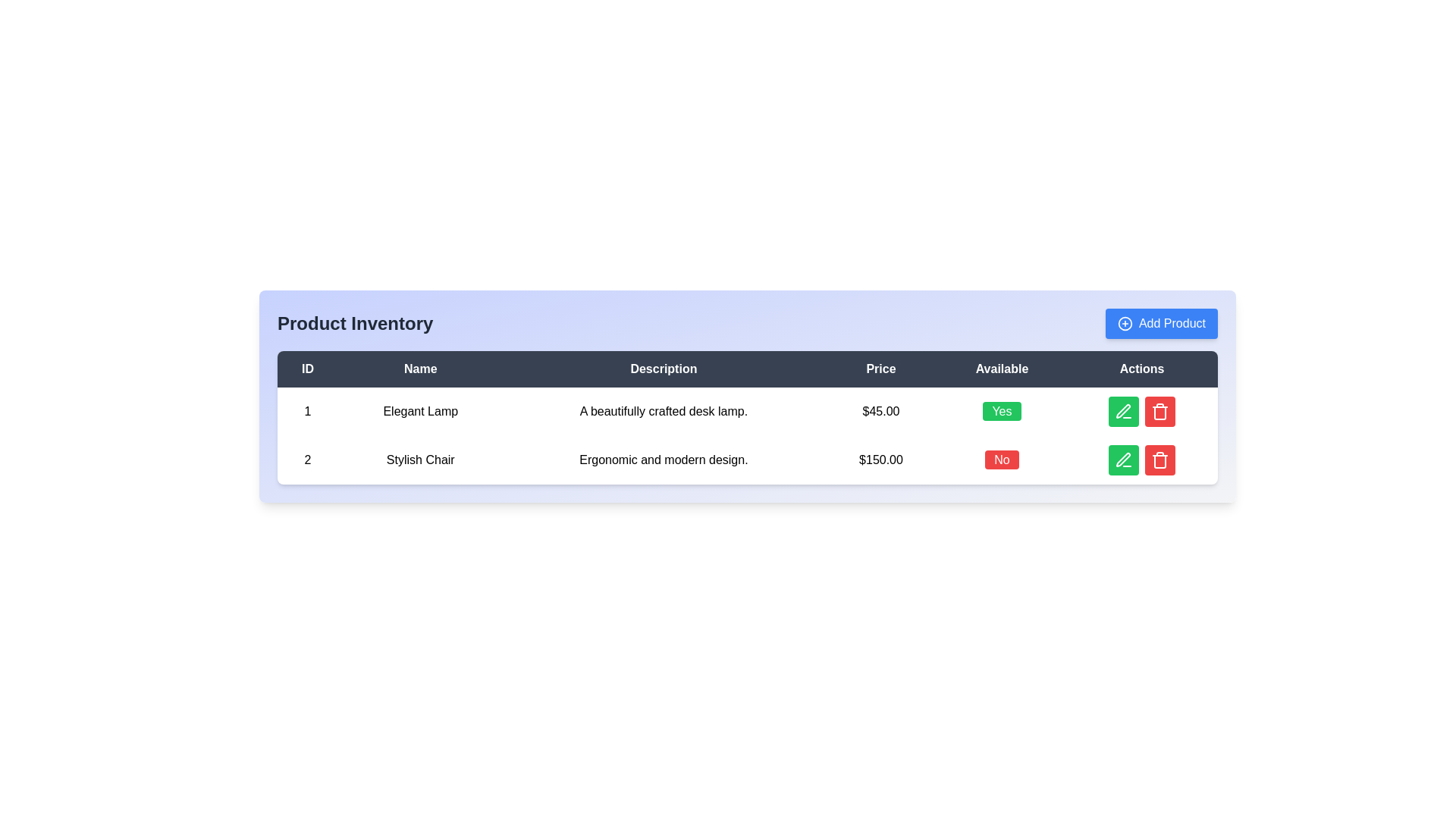  What do you see at coordinates (1159, 412) in the screenshot?
I see `the trashcan icon with a red background located in the 'Actions' column of the data table` at bounding box center [1159, 412].